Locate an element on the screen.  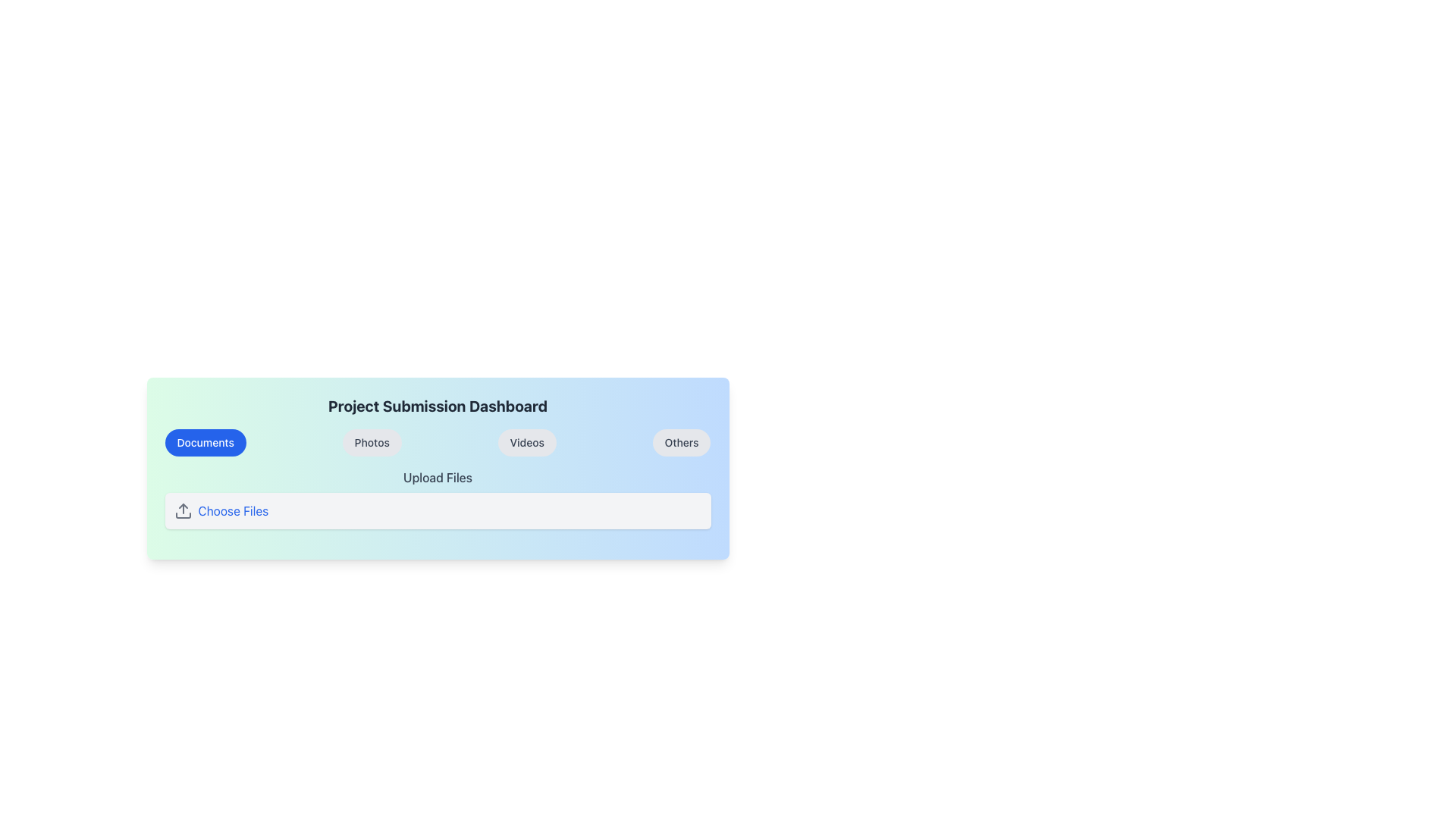
the upload icon, which is a small gray arrow pointing upwards located to the left of the 'Choose Files' button in the 'Upload Files' section is located at coordinates (182, 511).